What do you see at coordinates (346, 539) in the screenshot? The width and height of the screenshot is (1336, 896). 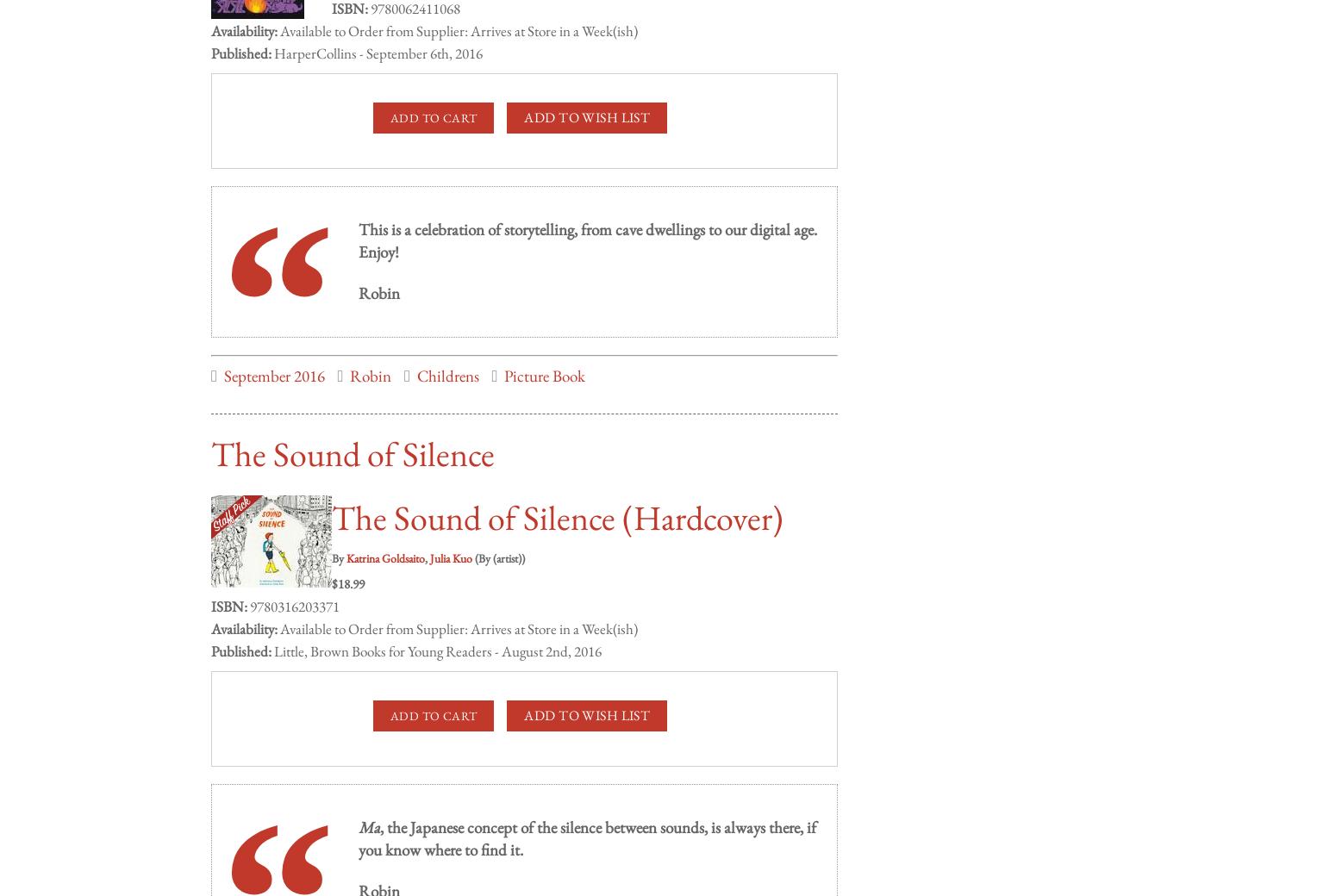 I see `'Katrina Goldsaito'` at bounding box center [346, 539].